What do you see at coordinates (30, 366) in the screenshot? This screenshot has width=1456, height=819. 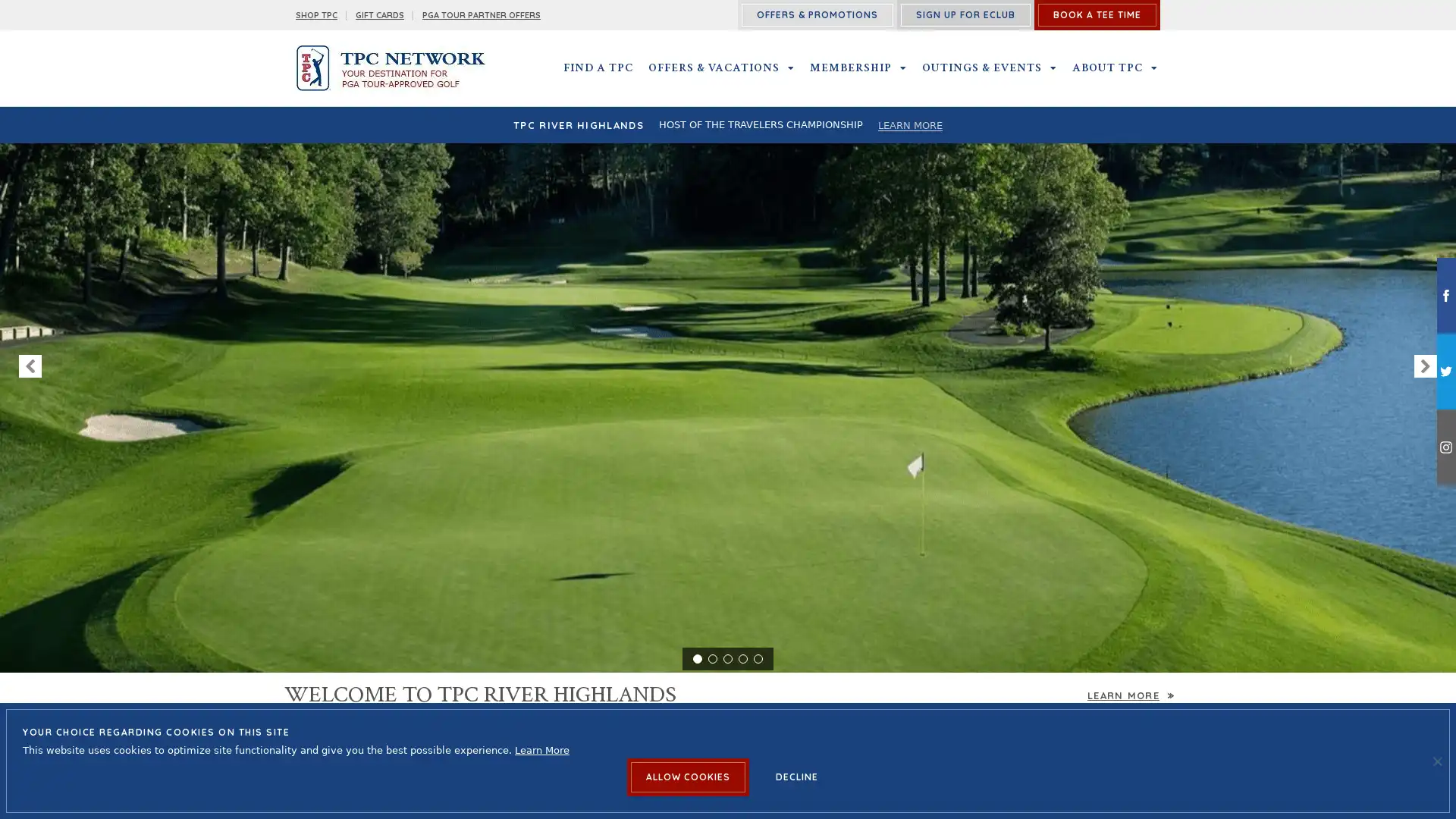 I see `PREVIOUS` at bounding box center [30, 366].